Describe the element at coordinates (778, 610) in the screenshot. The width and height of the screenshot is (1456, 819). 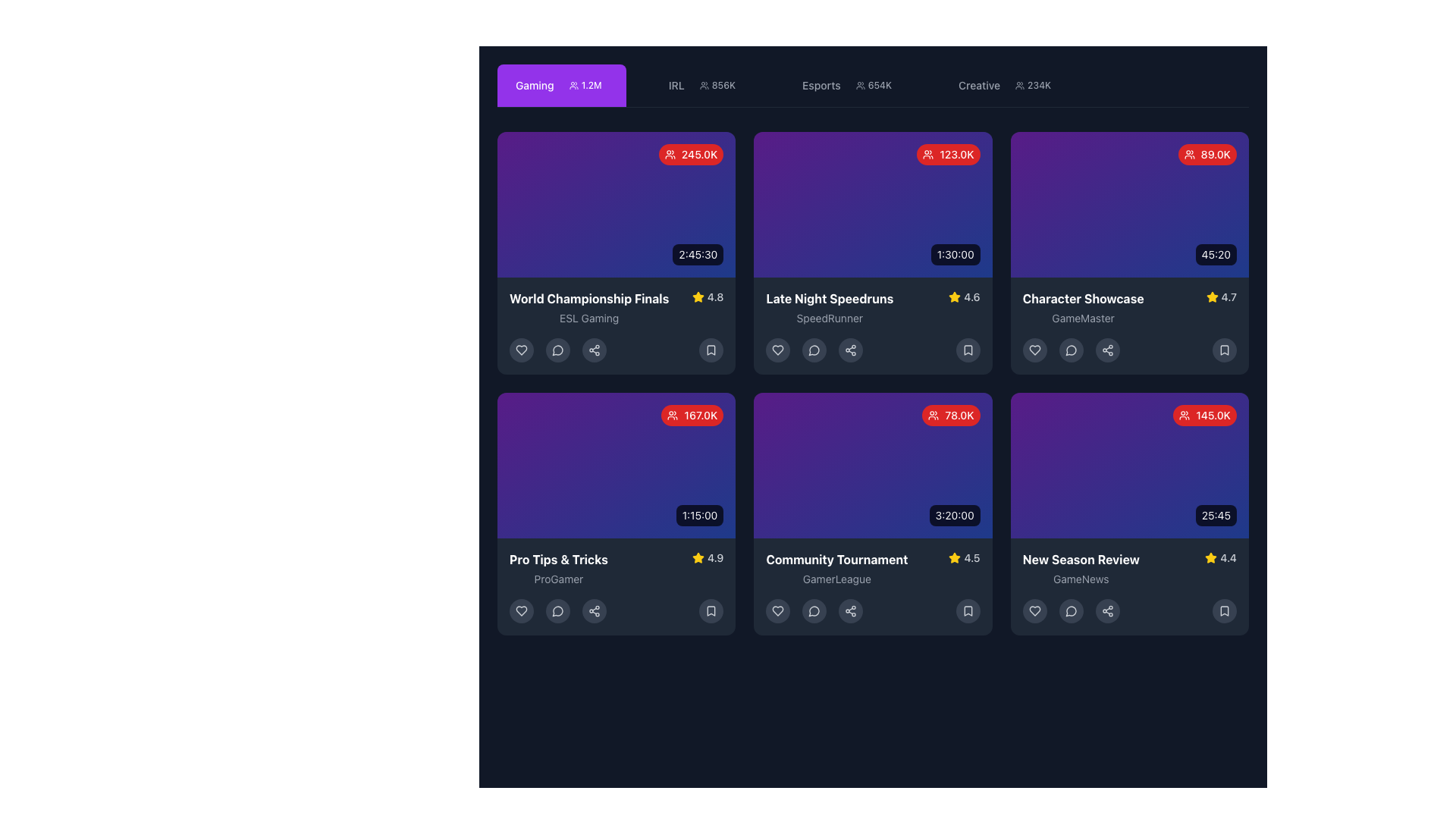
I see `the circular button with a dark-gray background and a white heart icon in the center, located in the bottom row of the grid below the 'Community Tournament' card, to favorite or like the associated content` at that location.